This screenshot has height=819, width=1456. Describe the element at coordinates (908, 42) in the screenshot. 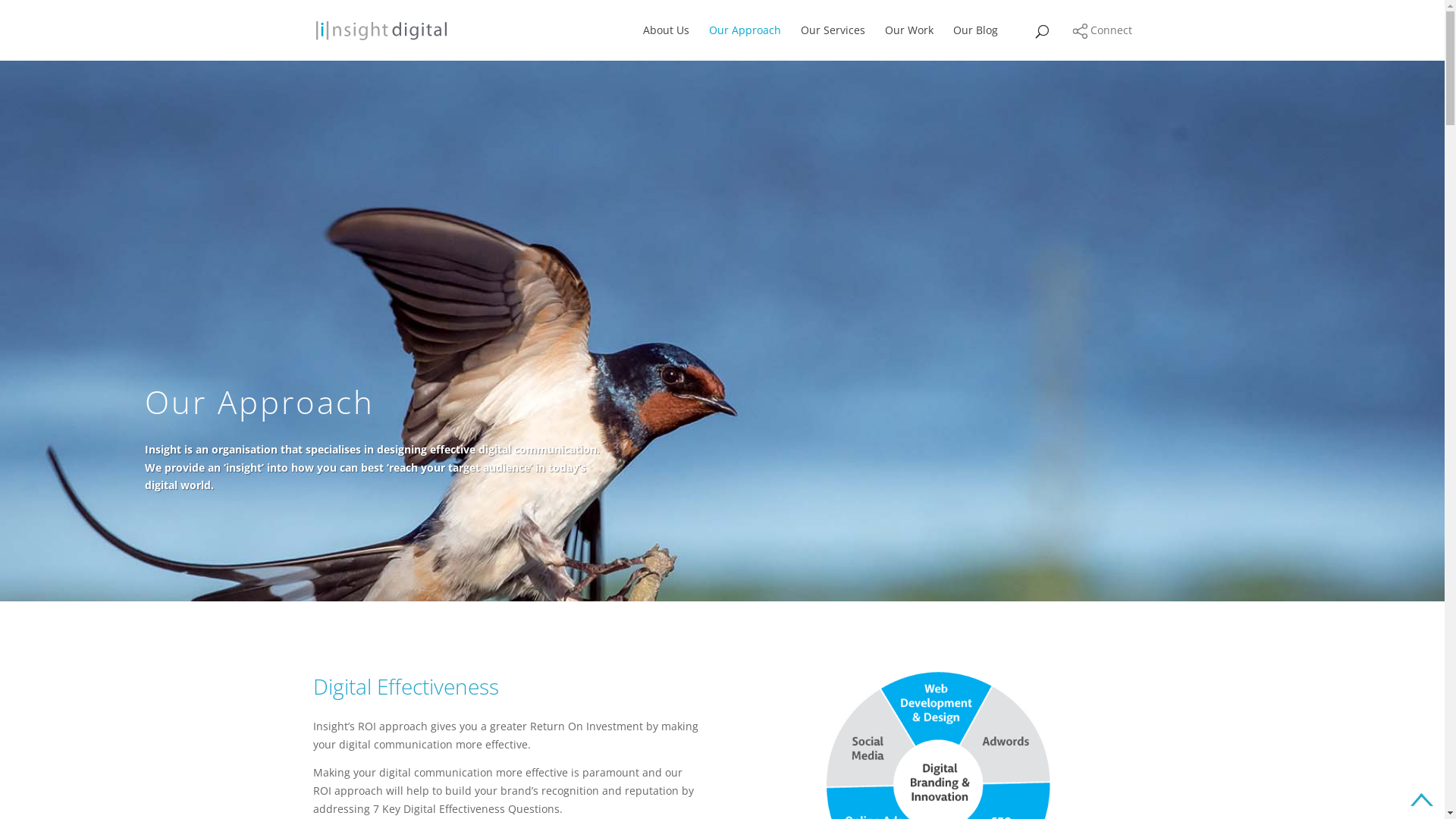

I see `'Our Work'` at that location.